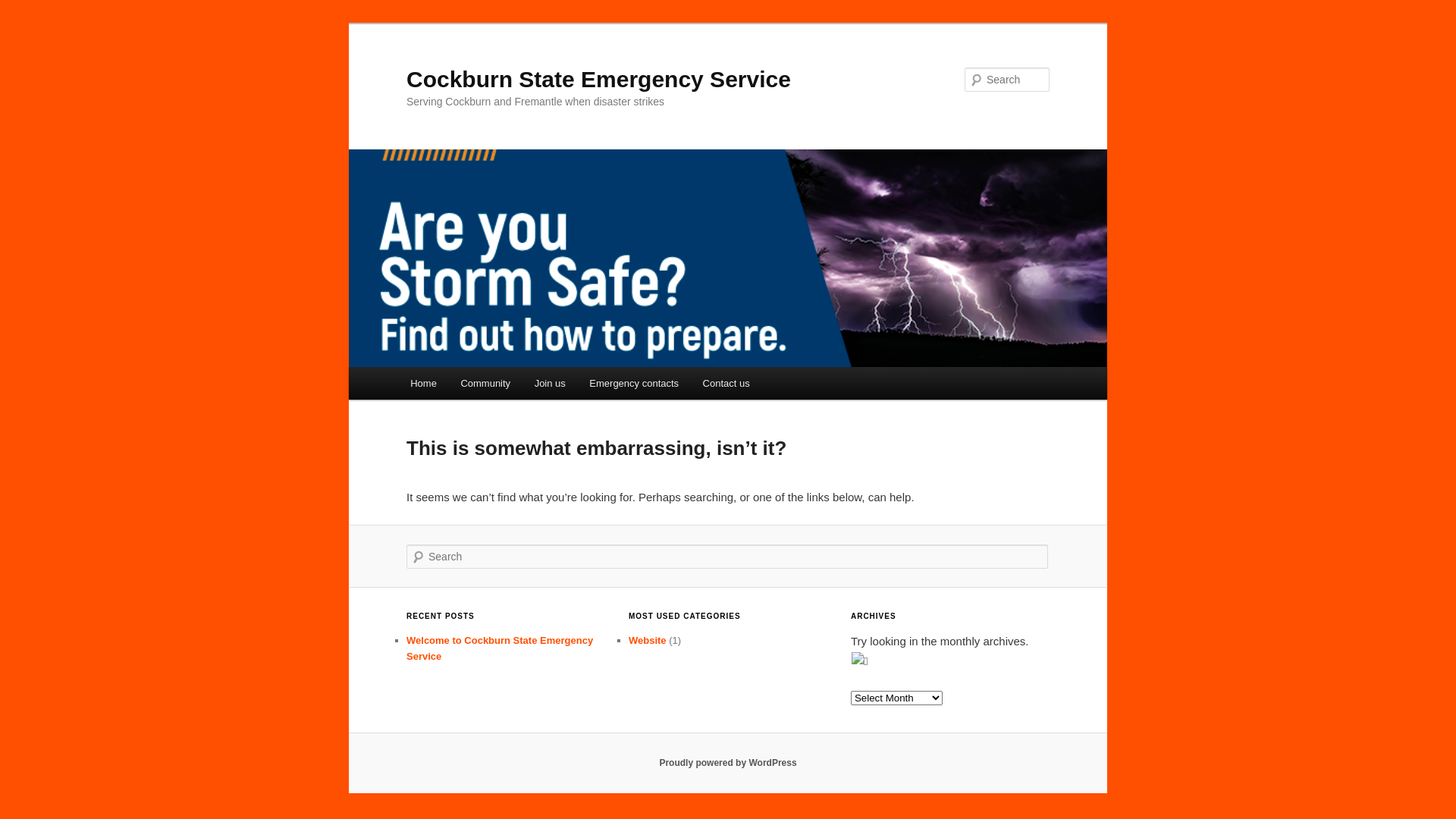  What do you see at coordinates (634, 382) in the screenshot?
I see `'Emergency contacts'` at bounding box center [634, 382].